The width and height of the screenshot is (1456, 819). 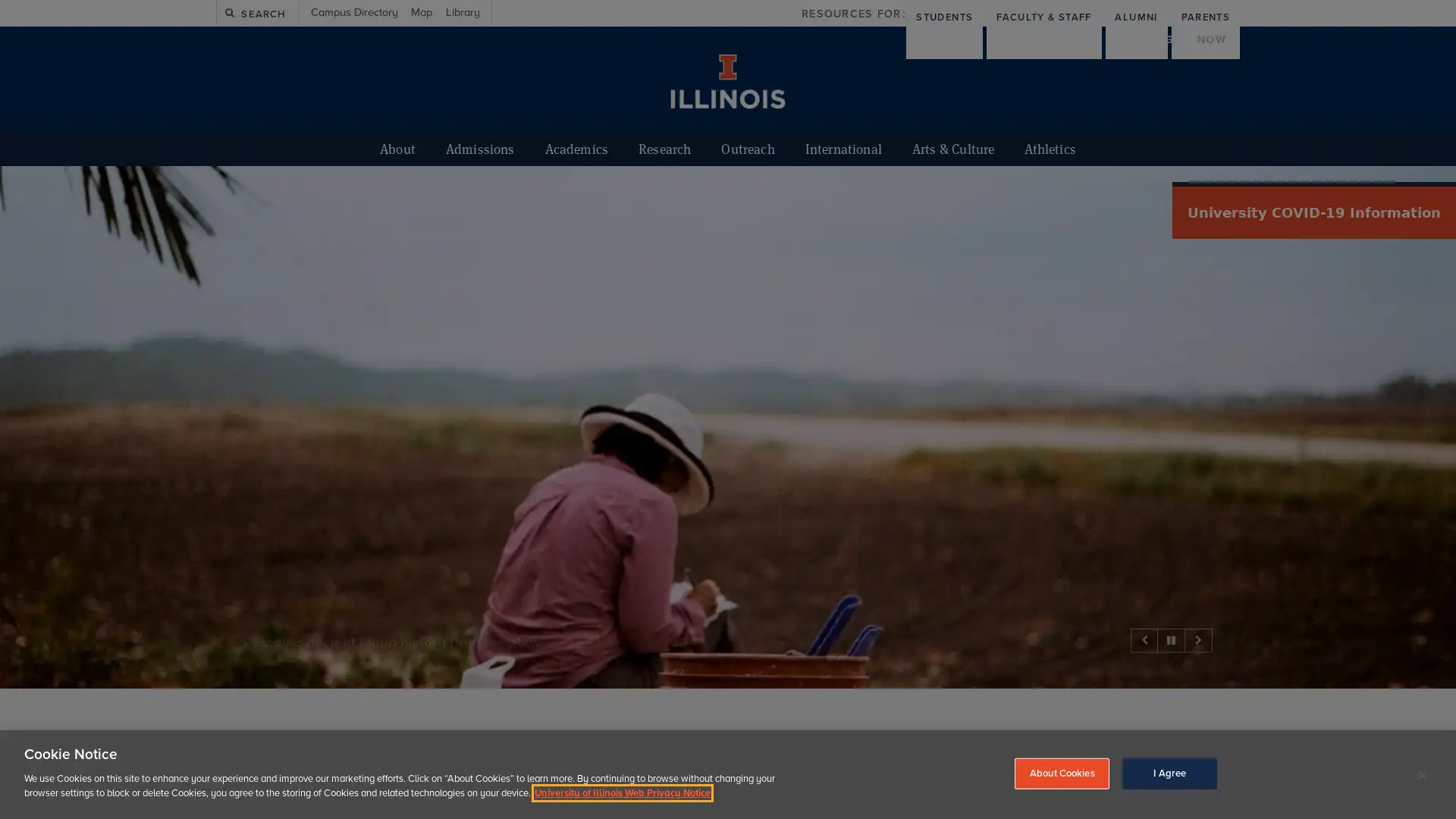 I want to click on Close, so click(x=1420, y=774).